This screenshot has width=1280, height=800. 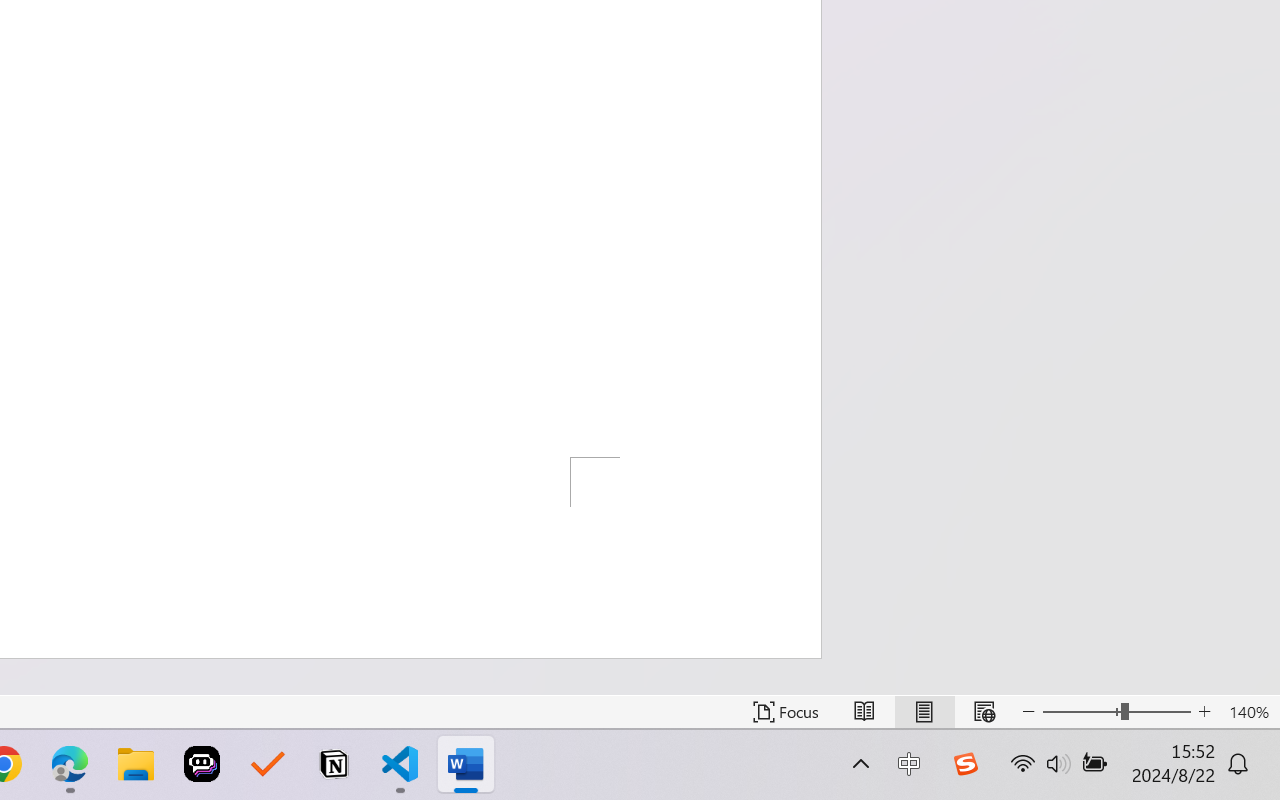 What do you see at coordinates (1248, 711) in the screenshot?
I see `'Zoom 140%'` at bounding box center [1248, 711].